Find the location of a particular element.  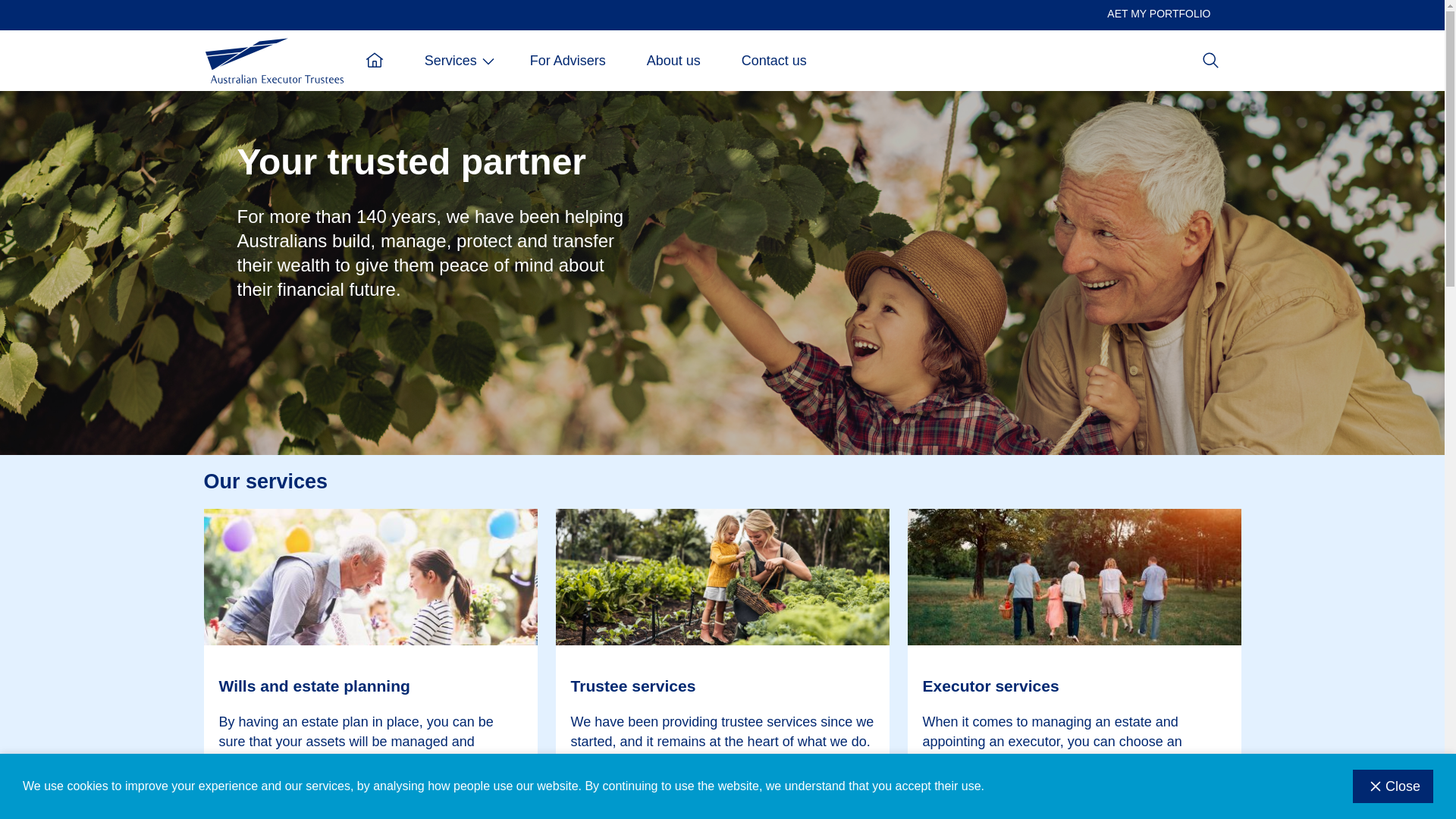

'Show submenu for Services' is located at coordinates (479, 60).